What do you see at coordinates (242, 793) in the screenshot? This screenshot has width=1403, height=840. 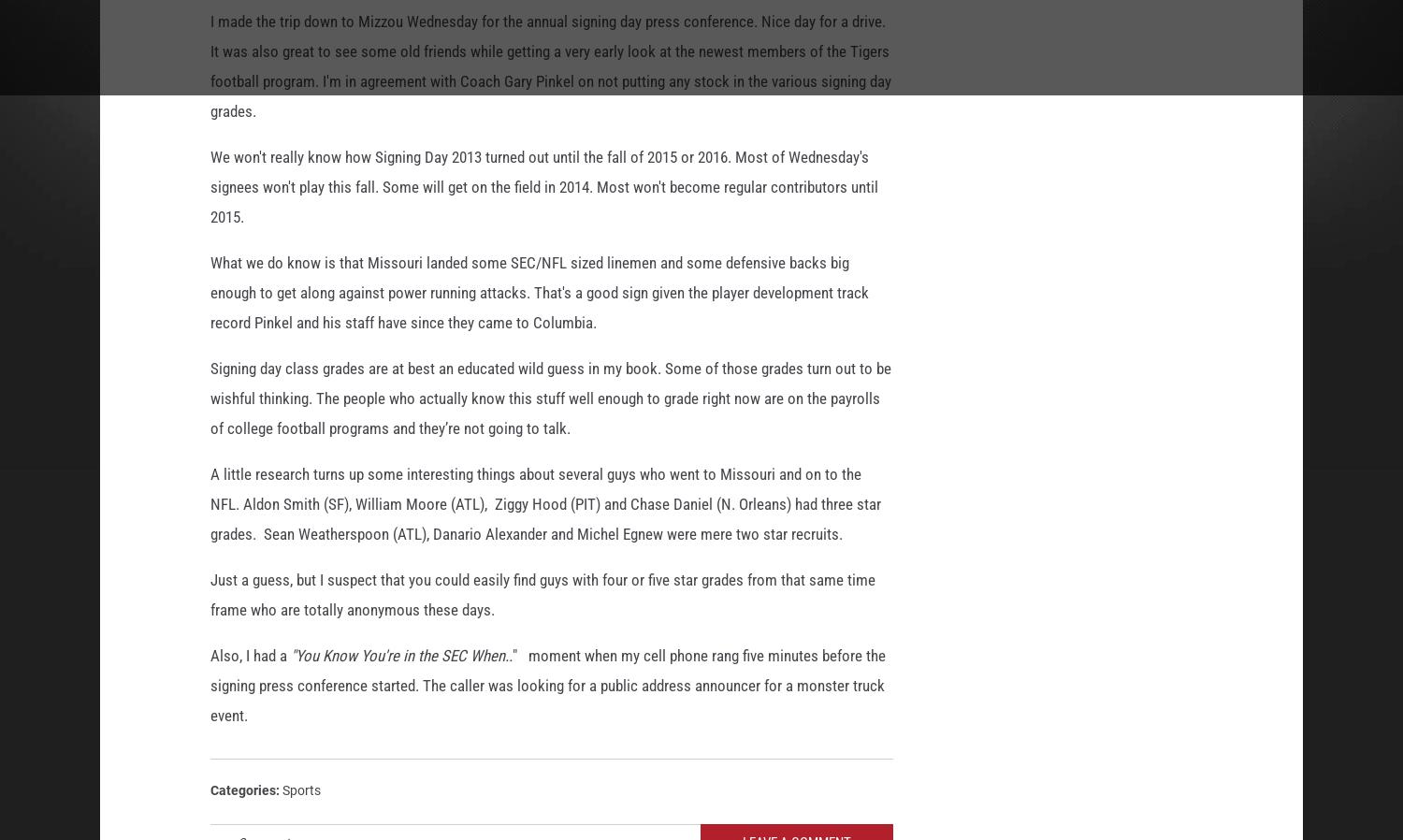 I see `'Categories'` at bounding box center [242, 793].